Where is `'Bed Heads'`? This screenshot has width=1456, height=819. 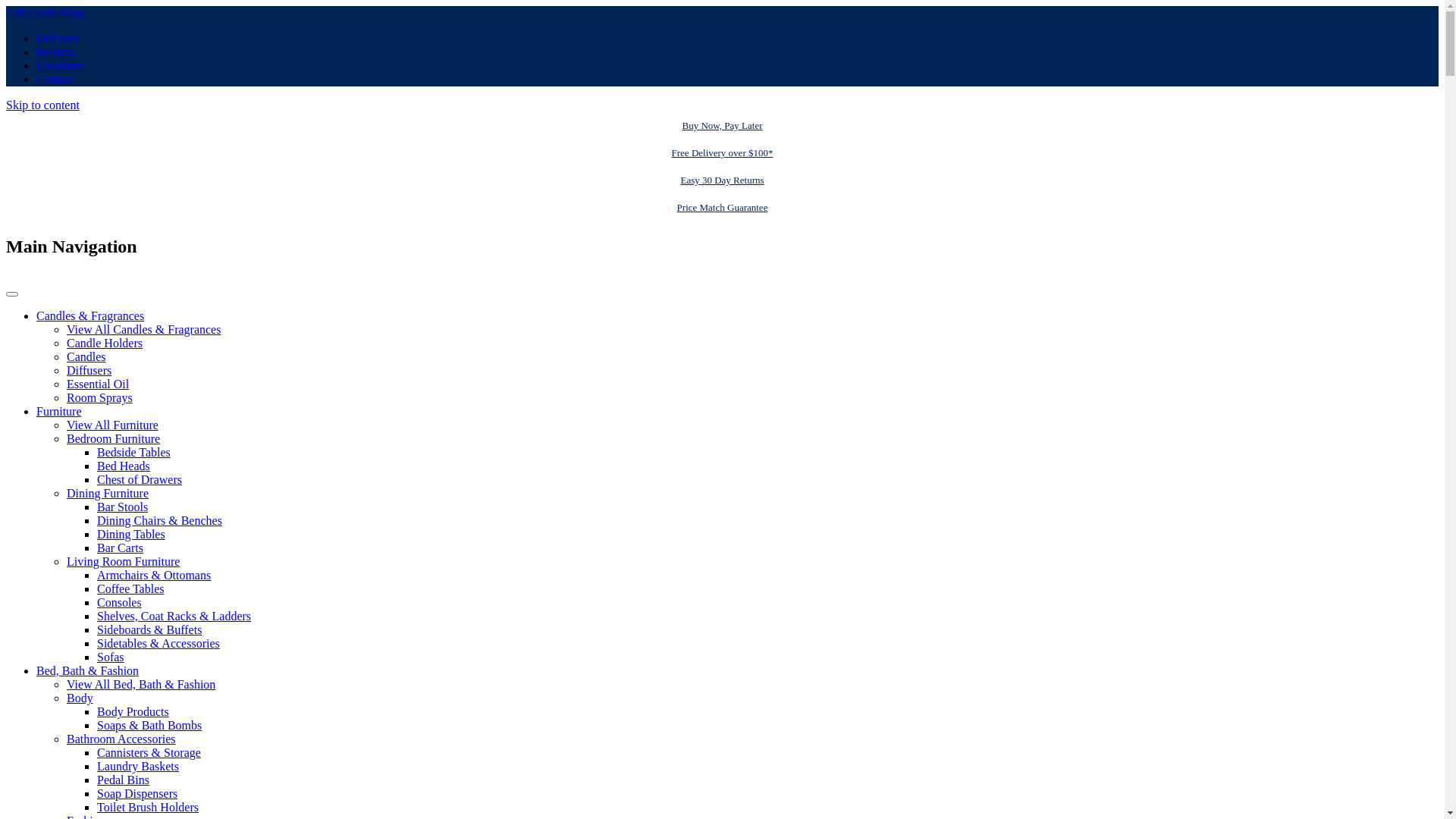
'Bed Heads' is located at coordinates (96, 465).